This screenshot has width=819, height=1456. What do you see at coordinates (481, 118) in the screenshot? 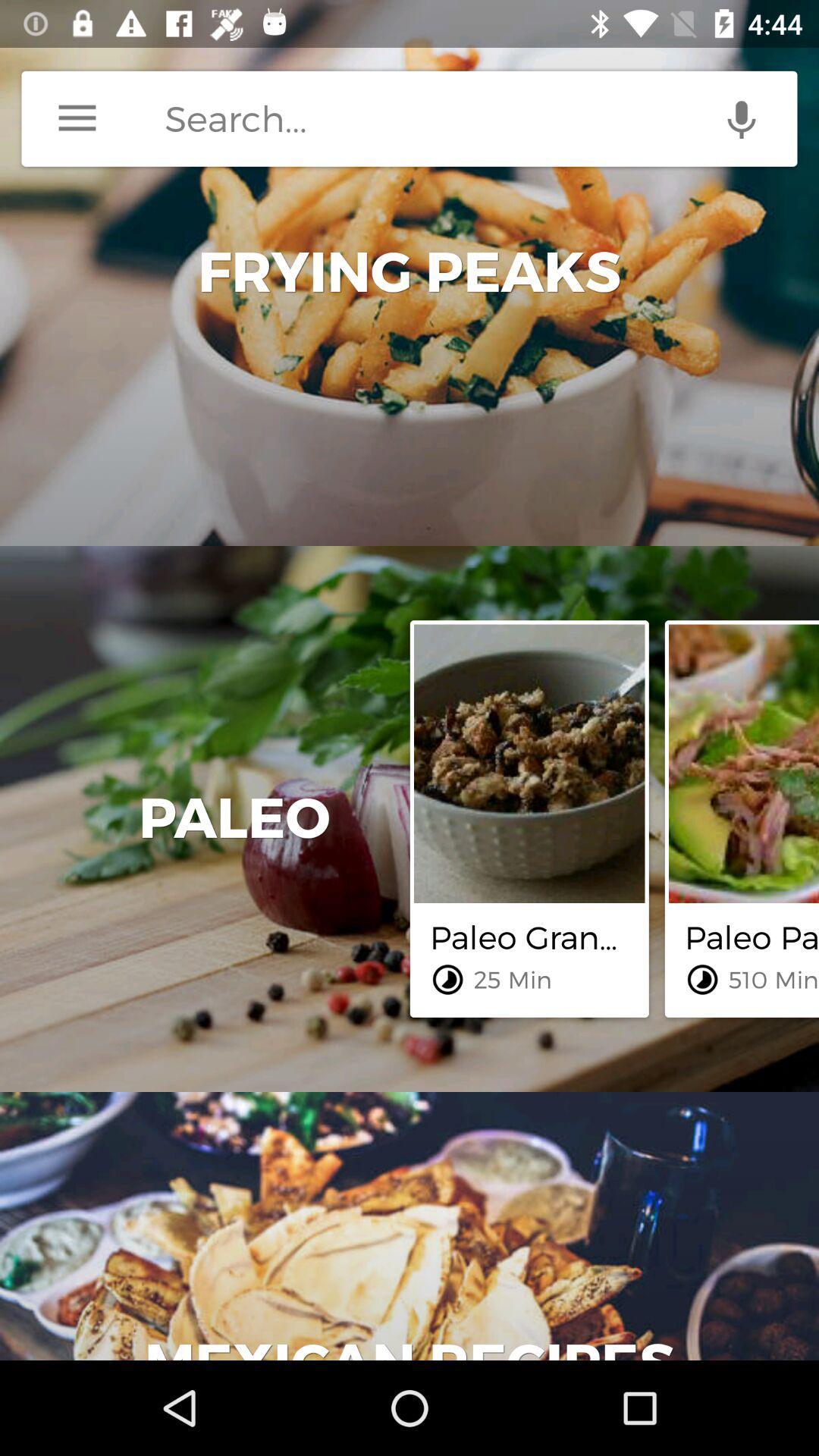
I see `search bar` at bounding box center [481, 118].